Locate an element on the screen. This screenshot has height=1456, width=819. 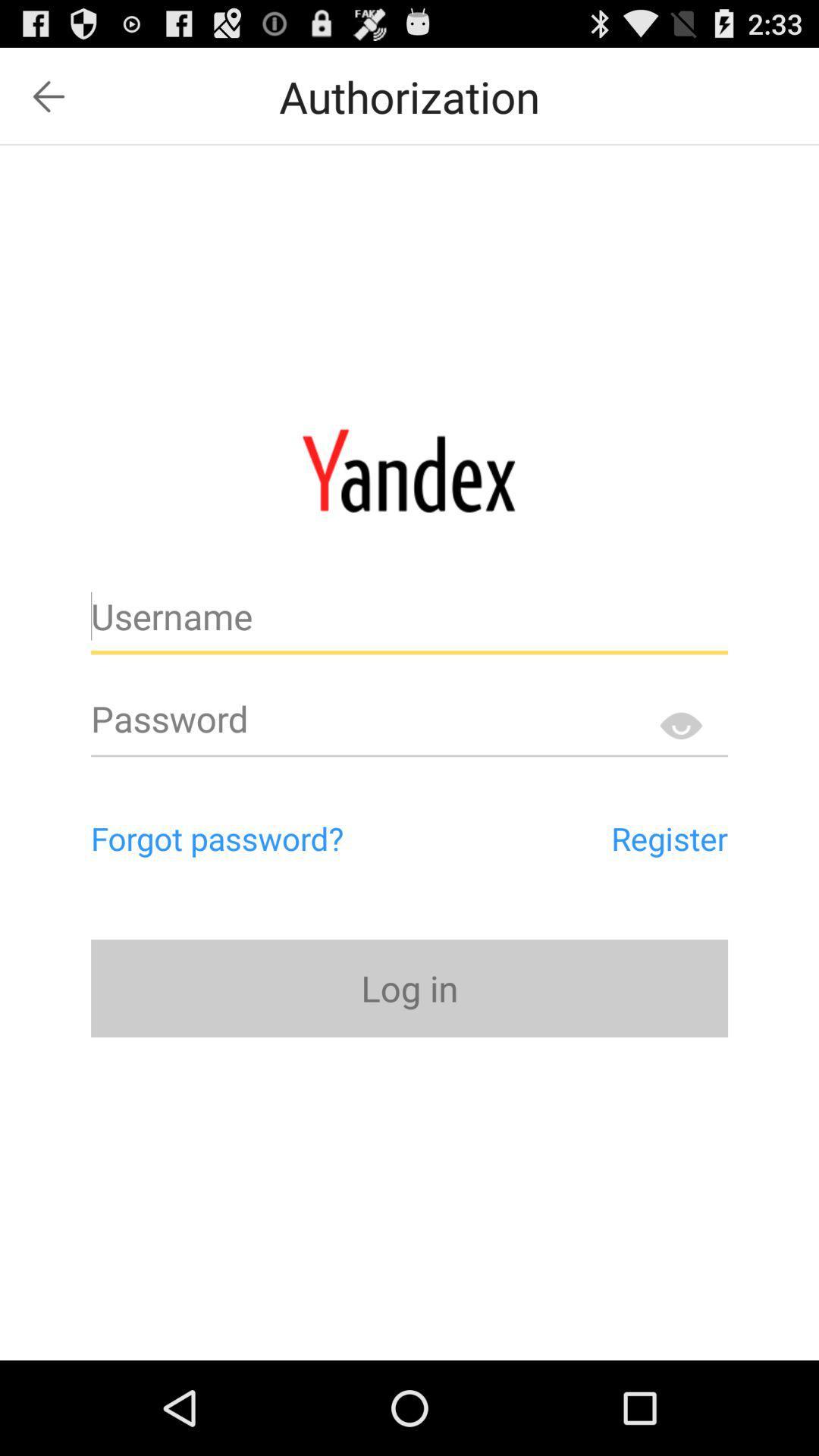
item to the left of the register icon is located at coordinates (281, 837).